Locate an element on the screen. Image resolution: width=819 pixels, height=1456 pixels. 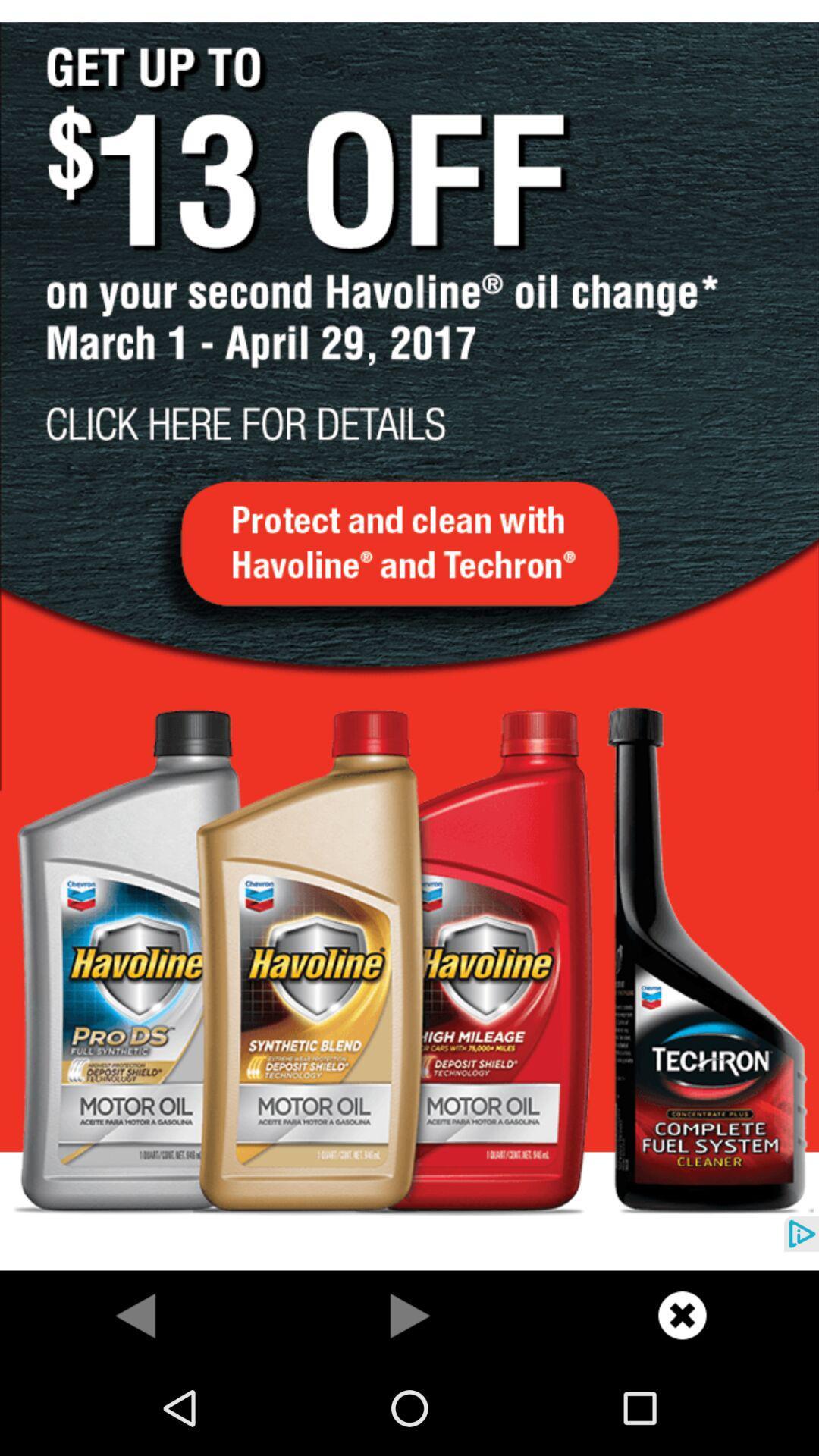
share the article is located at coordinates (681, 1314).